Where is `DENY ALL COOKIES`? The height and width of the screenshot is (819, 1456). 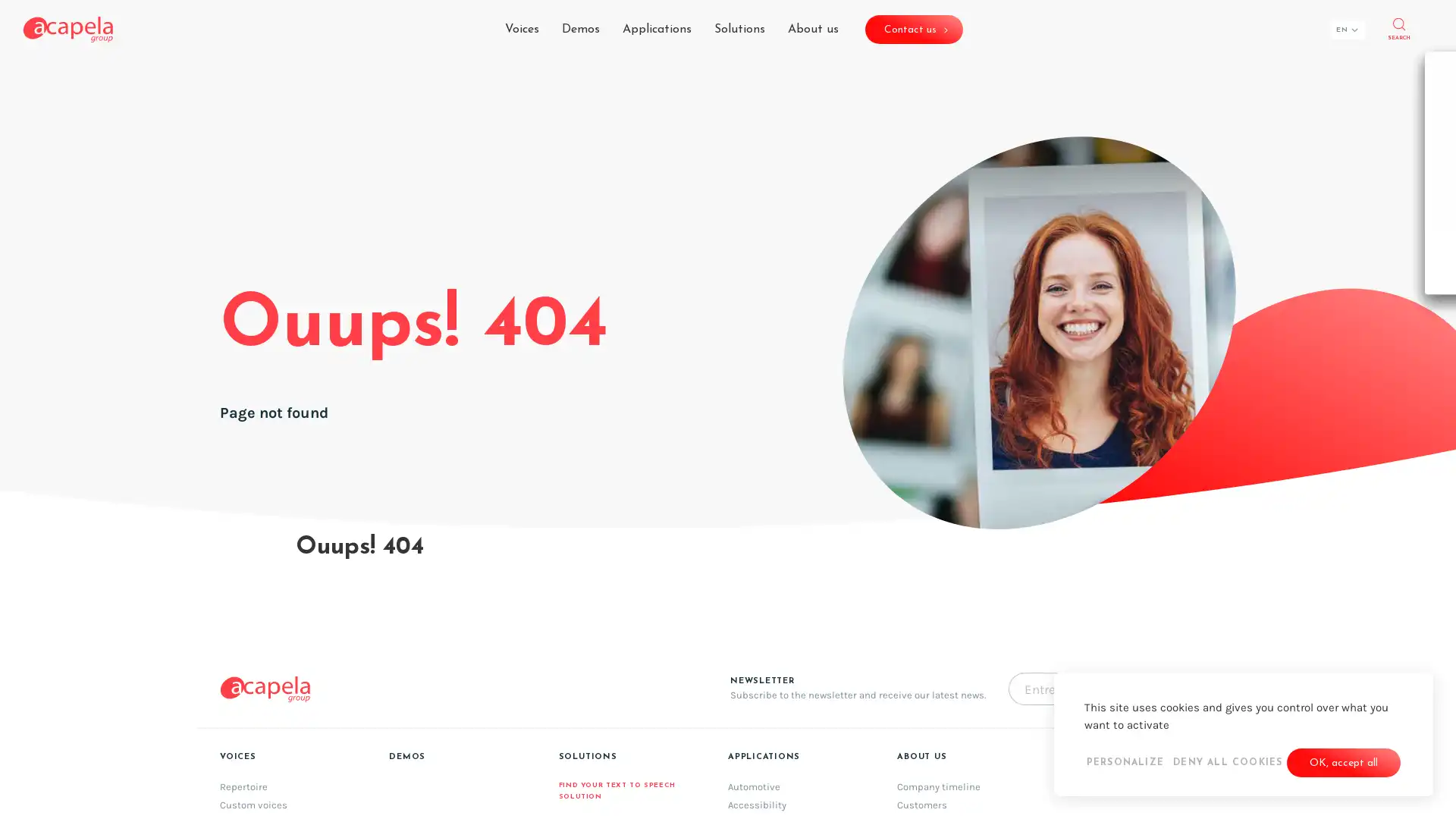 DENY ALL COOKIES is located at coordinates (1227, 763).